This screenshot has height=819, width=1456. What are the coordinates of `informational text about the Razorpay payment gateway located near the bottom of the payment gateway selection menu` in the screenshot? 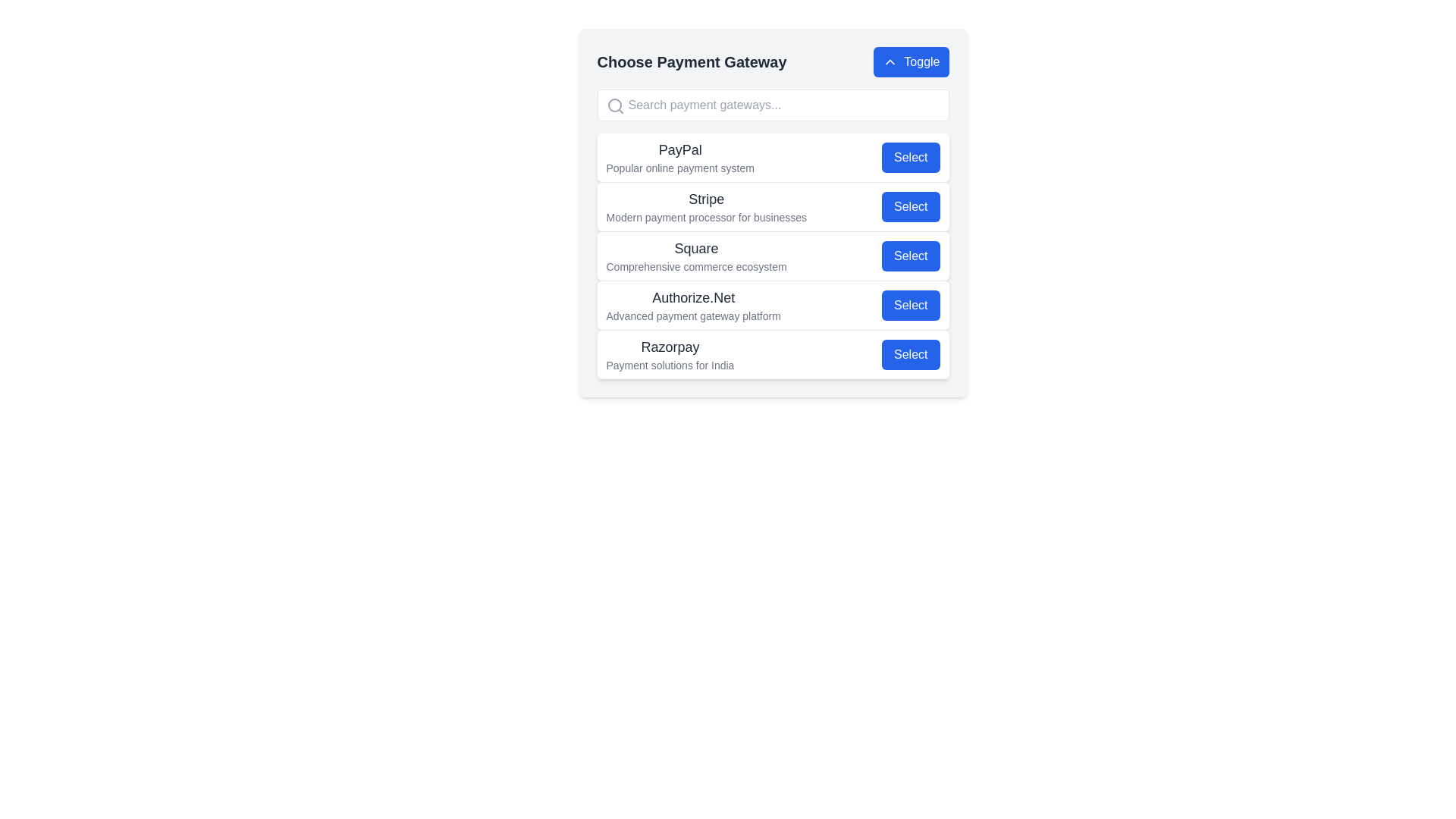 It's located at (669, 354).